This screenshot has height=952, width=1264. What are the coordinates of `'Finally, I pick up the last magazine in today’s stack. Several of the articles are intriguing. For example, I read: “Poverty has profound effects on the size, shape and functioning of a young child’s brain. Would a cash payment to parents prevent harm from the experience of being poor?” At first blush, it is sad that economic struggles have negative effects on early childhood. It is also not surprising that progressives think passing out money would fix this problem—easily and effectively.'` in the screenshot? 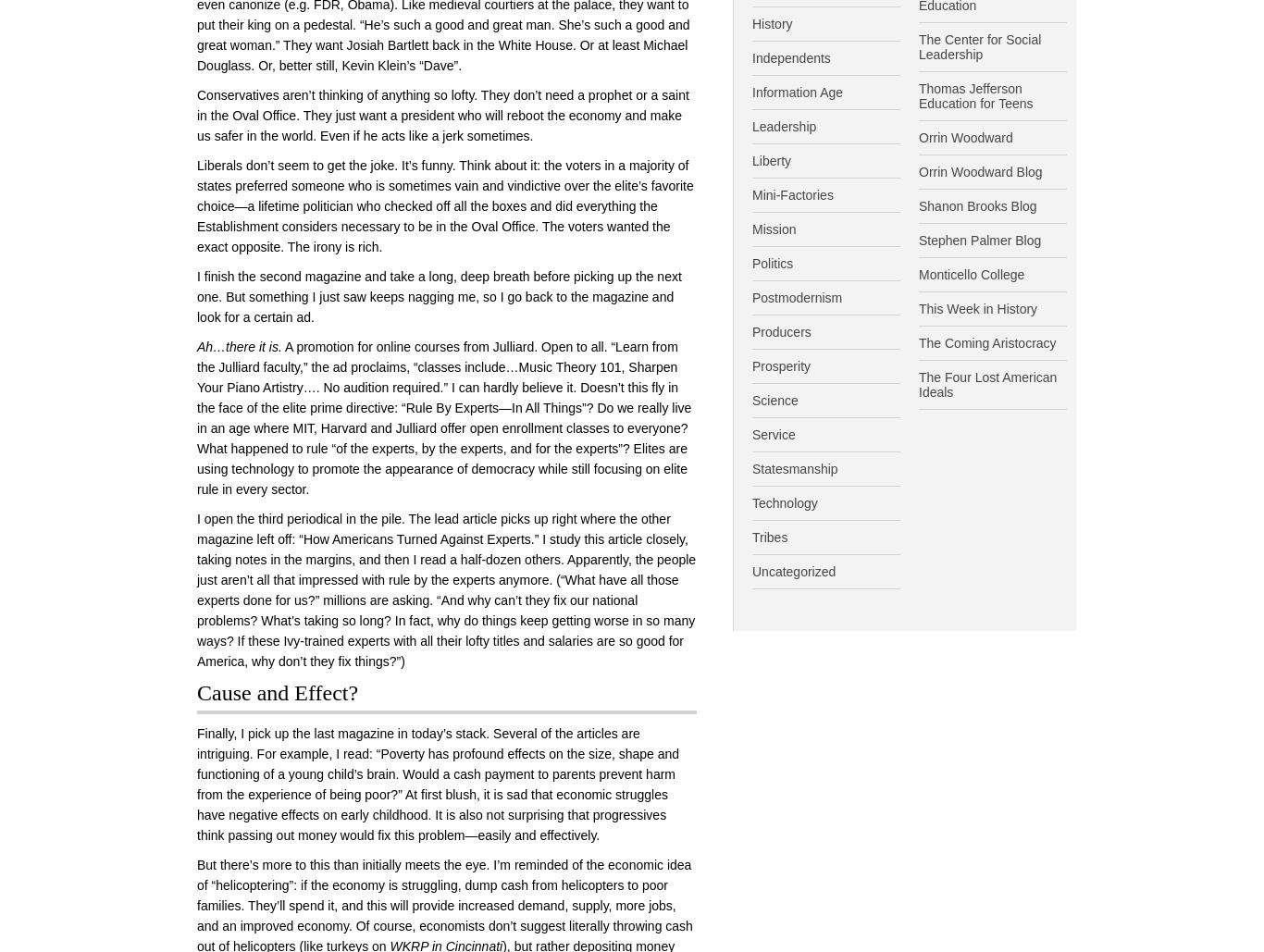 It's located at (438, 783).